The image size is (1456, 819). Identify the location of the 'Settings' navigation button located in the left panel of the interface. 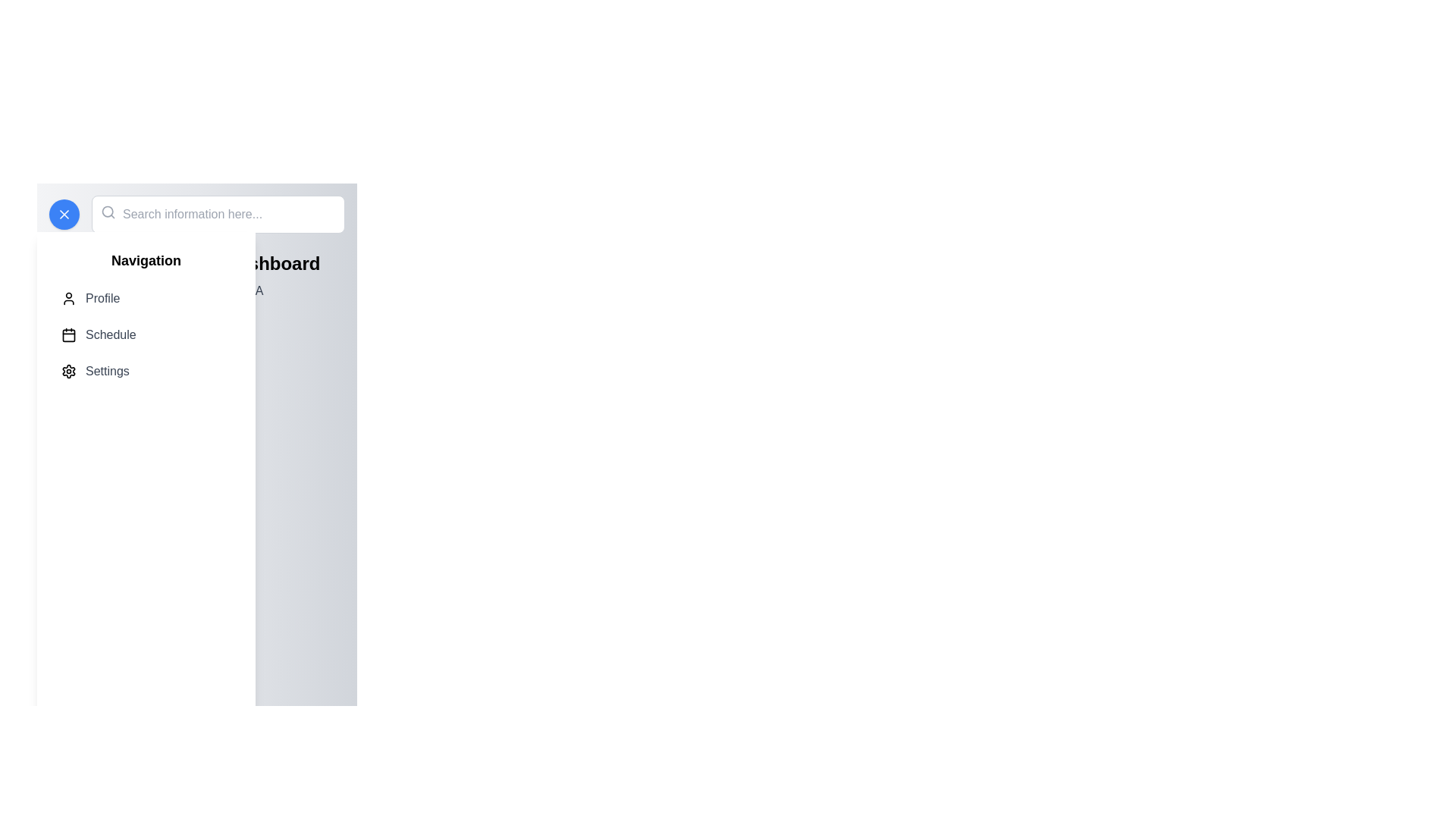
(146, 371).